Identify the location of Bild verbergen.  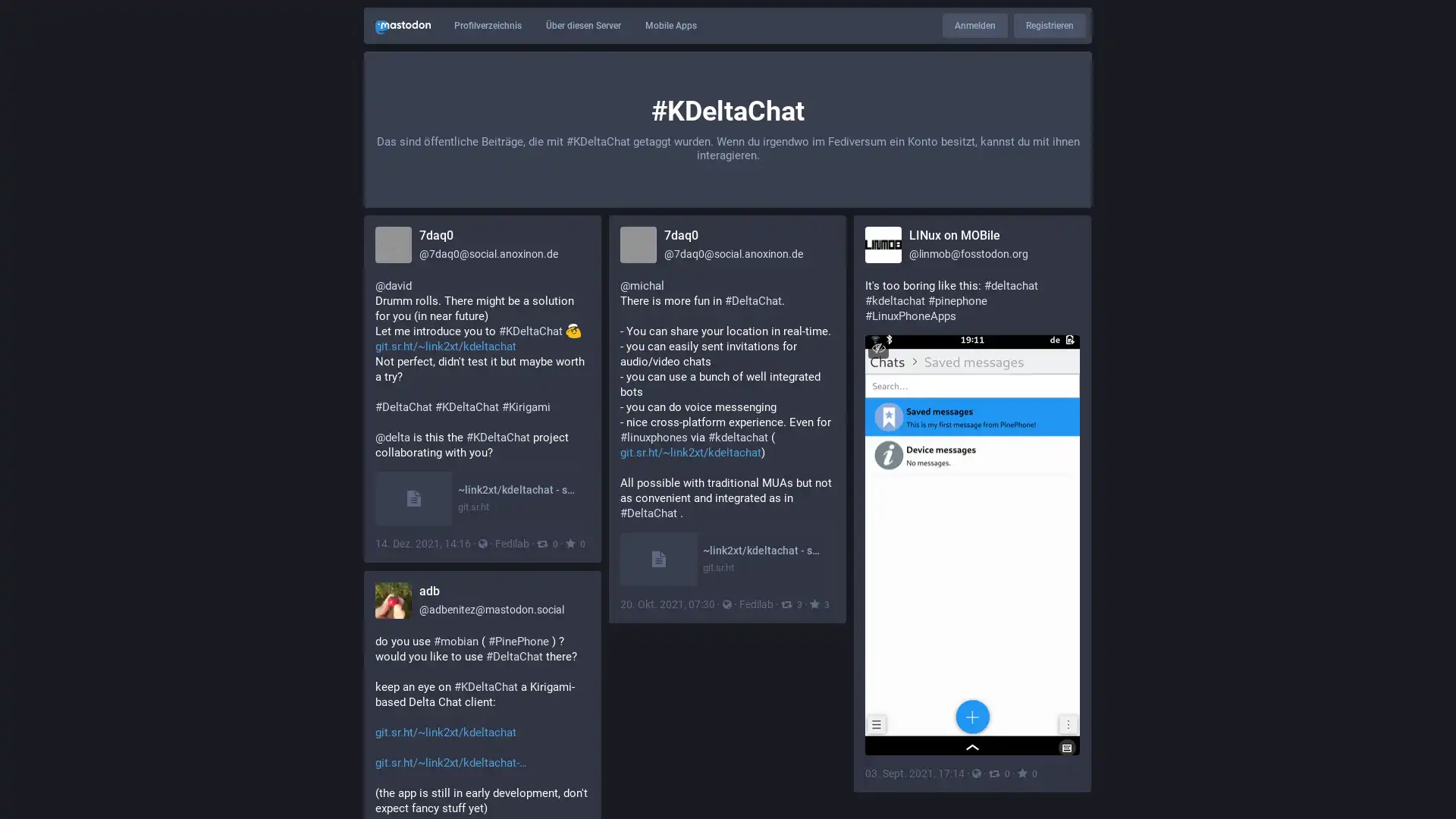
(878, 347).